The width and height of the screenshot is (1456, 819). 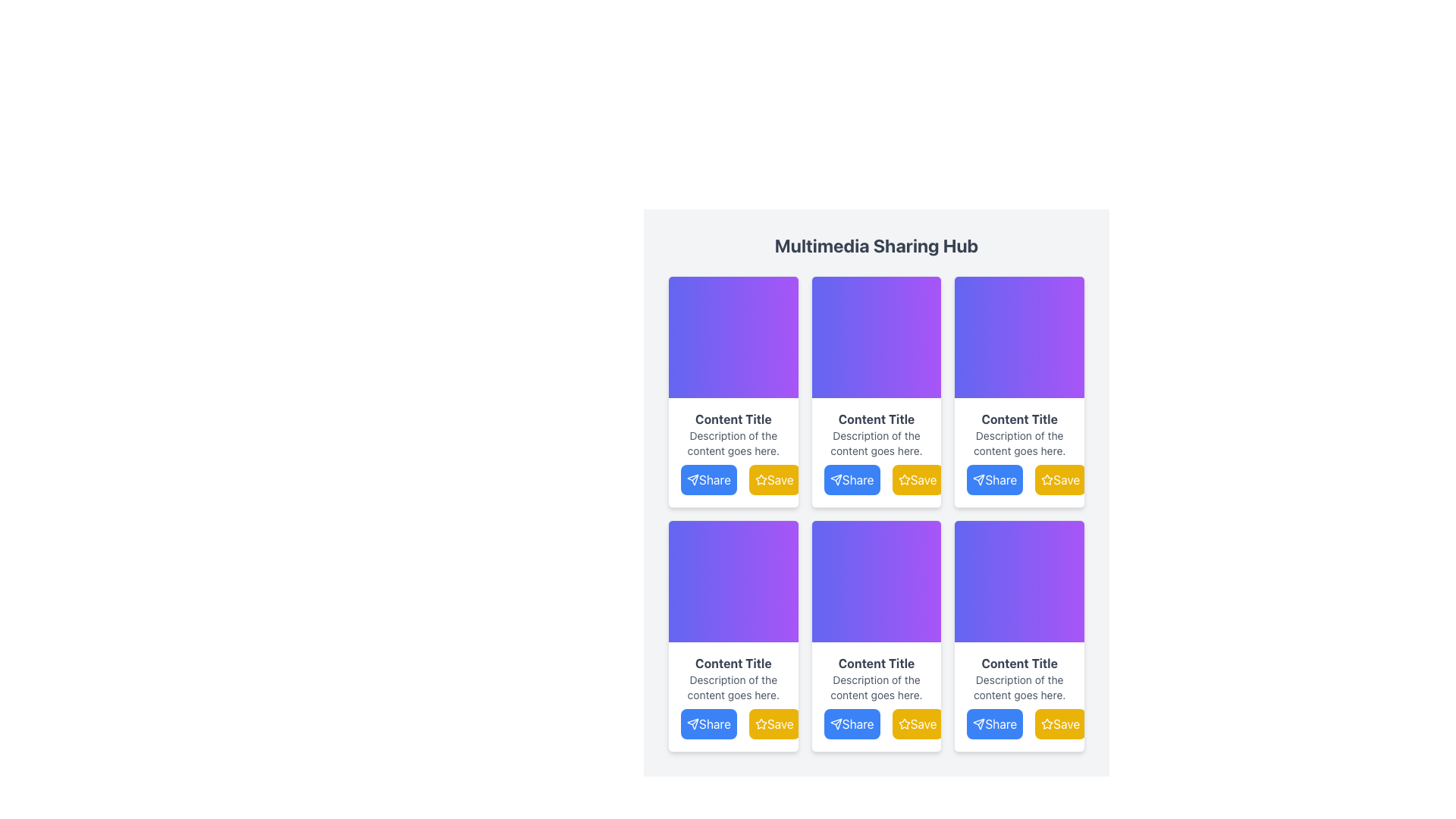 What do you see at coordinates (916, 723) in the screenshot?
I see `the 'Save' button with a rounded yellow background and a white star icon located at the bottom-right of the middle card in the second row of a 3x2 grid layout` at bounding box center [916, 723].